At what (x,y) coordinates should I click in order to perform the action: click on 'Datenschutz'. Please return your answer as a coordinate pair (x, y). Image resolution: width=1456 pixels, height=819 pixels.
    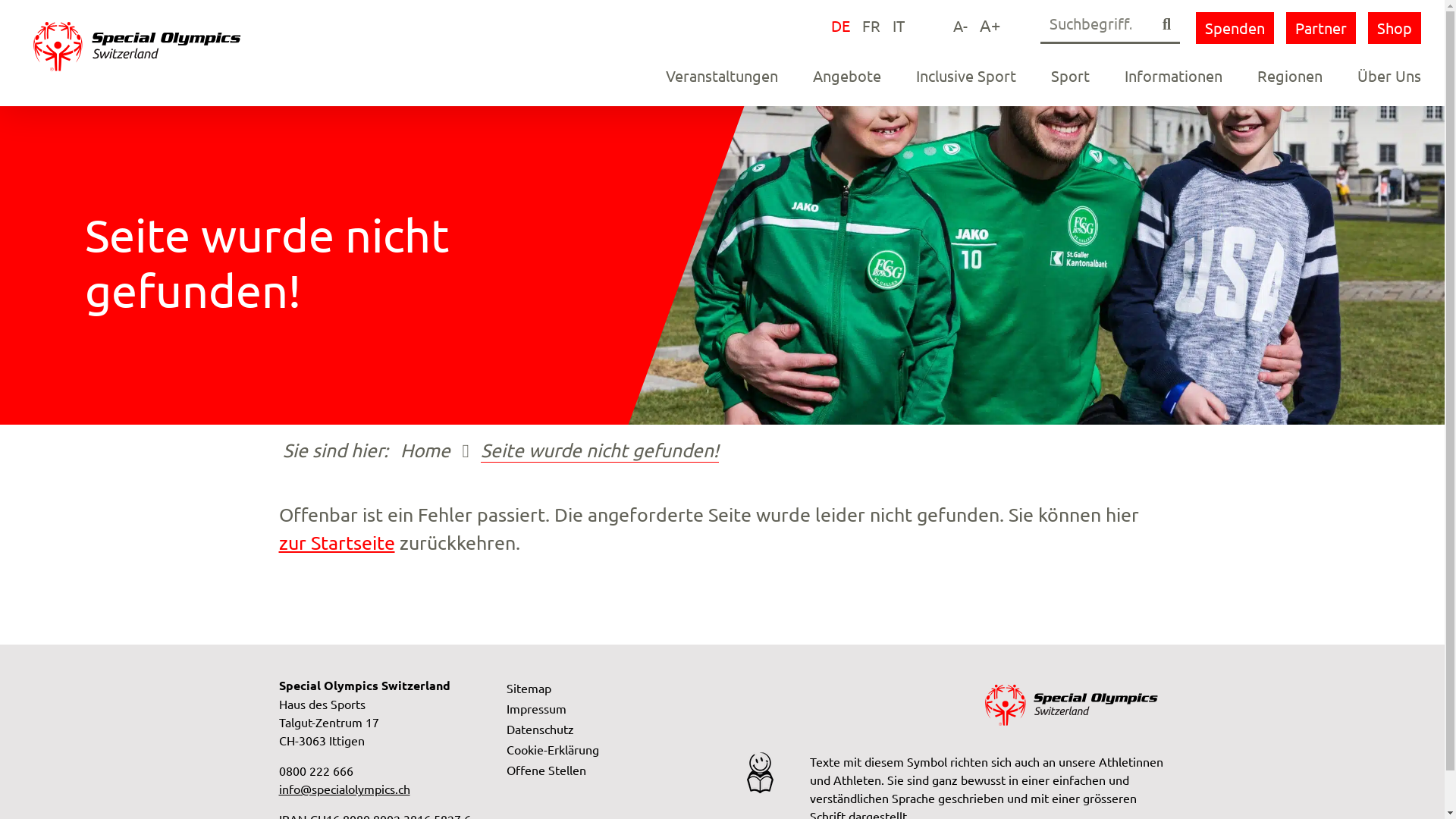
    Looking at the image, I should click on (540, 727).